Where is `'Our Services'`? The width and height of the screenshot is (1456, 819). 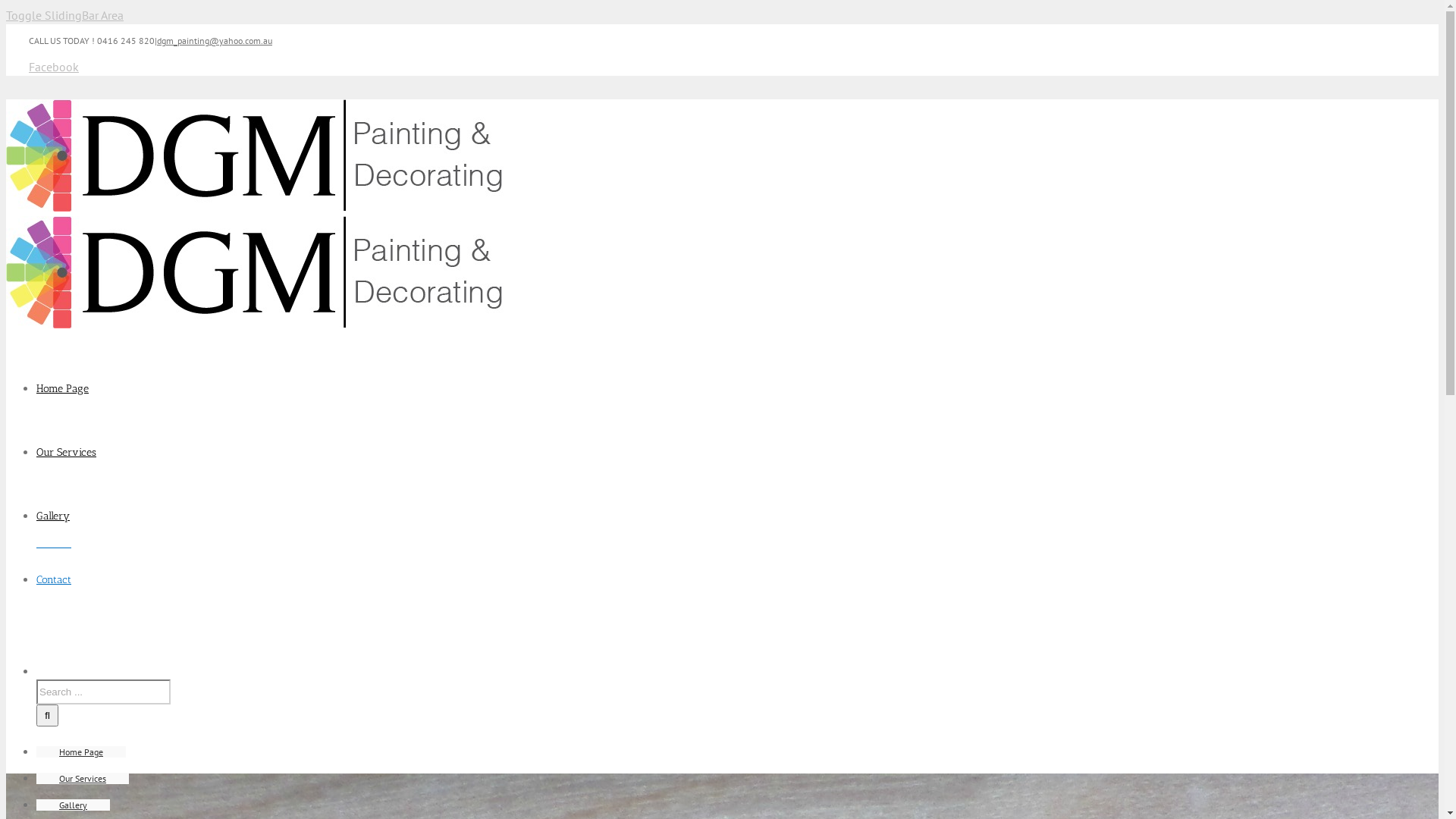
'Our Services' is located at coordinates (82, 778).